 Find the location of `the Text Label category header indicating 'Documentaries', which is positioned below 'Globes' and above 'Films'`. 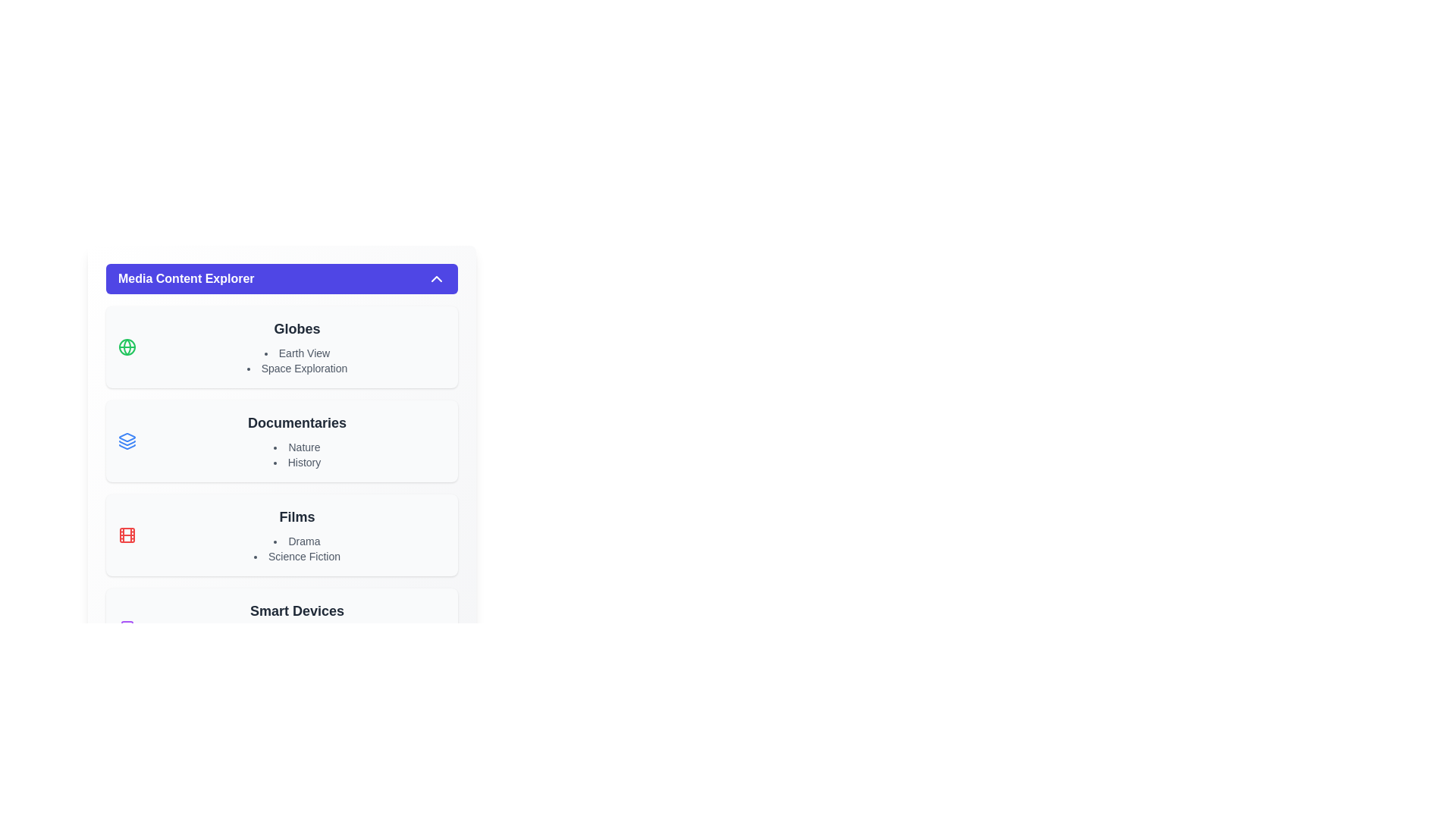

the Text Label category header indicating 'Documentaries', which is positioned below 'Globes' and above 'Films' is located at coordinates (297, 423).